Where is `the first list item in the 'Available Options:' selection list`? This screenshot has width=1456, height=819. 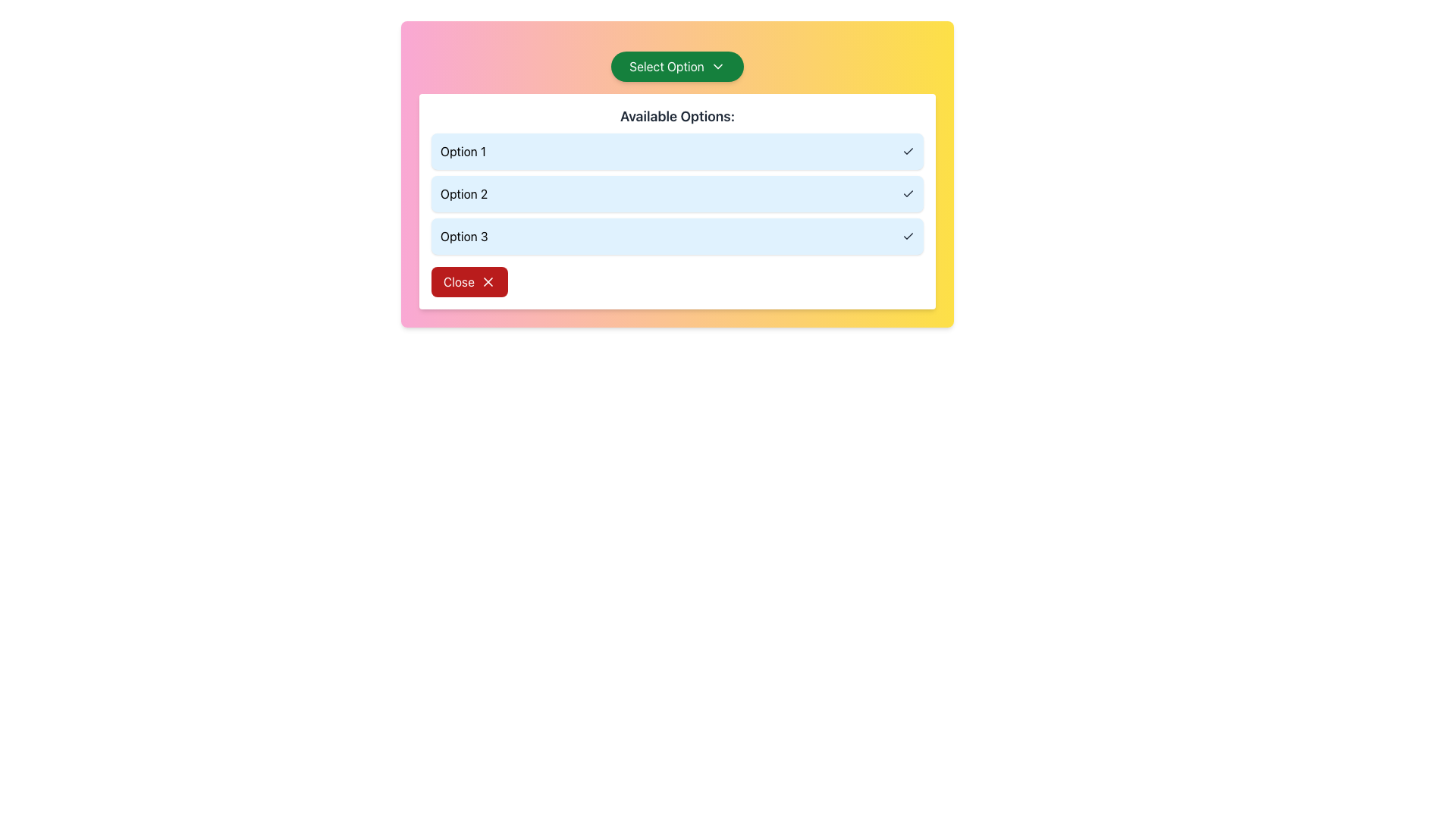
the first list item in the 'Available Options:' selection list is located at coordinates (676, 152).